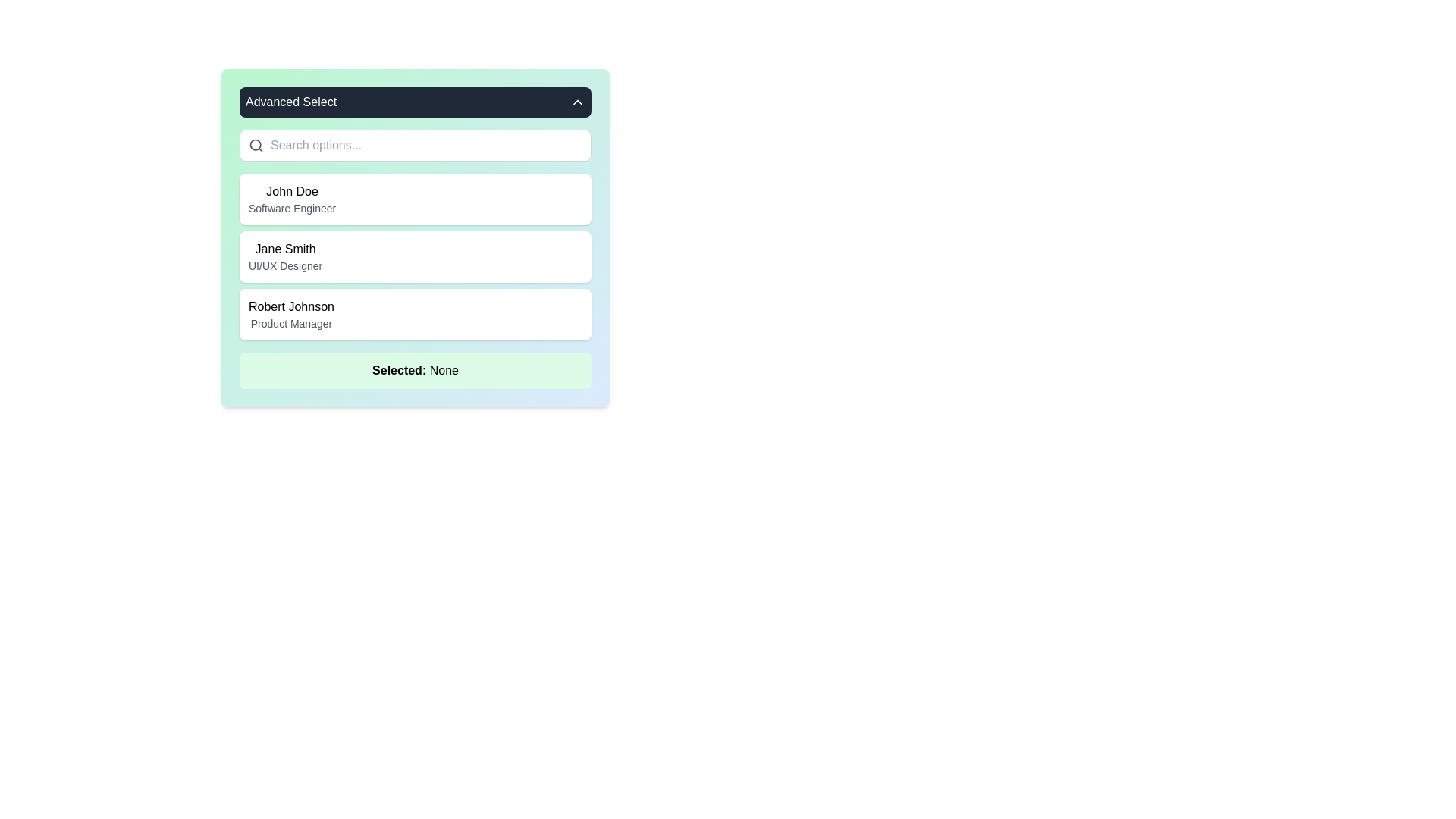 Image resolution: width=1456 pixels, height=819 pixels. What do you see at coordinates (577, 102) in the screenshot?
I see `the upward-pointing chevron icon located at the rightmost side of the 'Advanced Select' bar` at bounding box center [577, 102].